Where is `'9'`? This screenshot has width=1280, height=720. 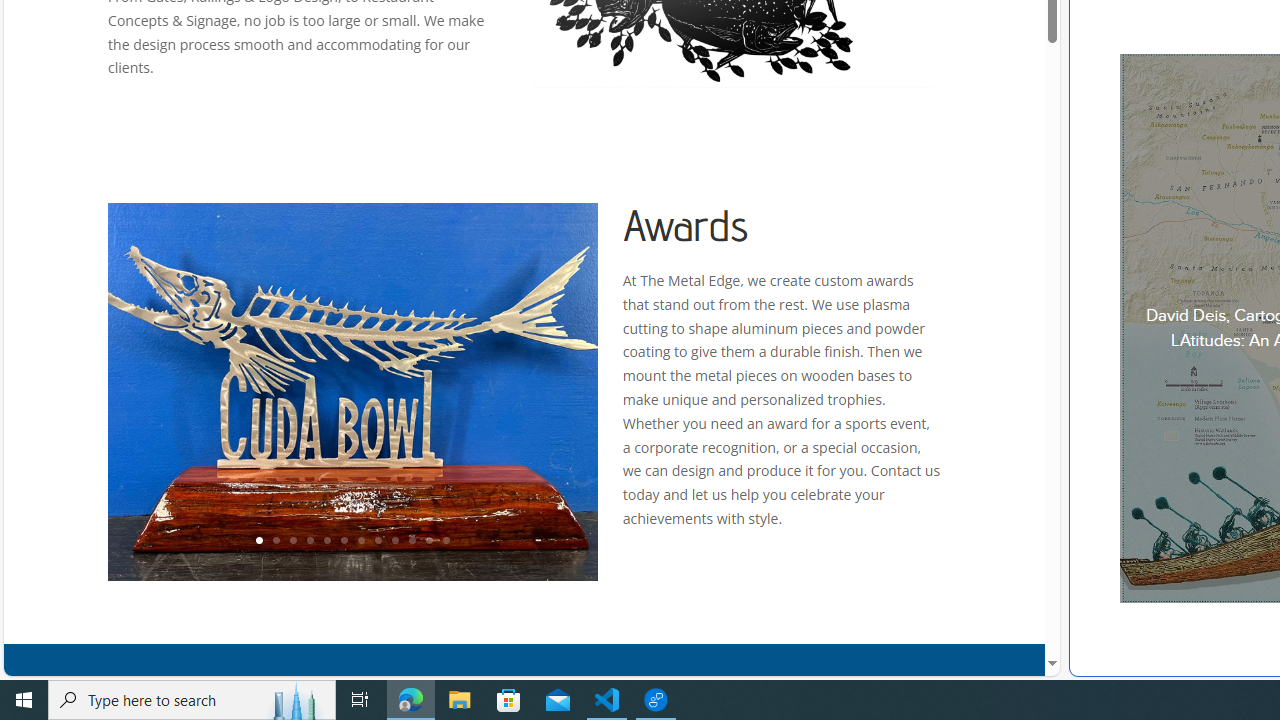 '9' is located at coordinates (394, 541).